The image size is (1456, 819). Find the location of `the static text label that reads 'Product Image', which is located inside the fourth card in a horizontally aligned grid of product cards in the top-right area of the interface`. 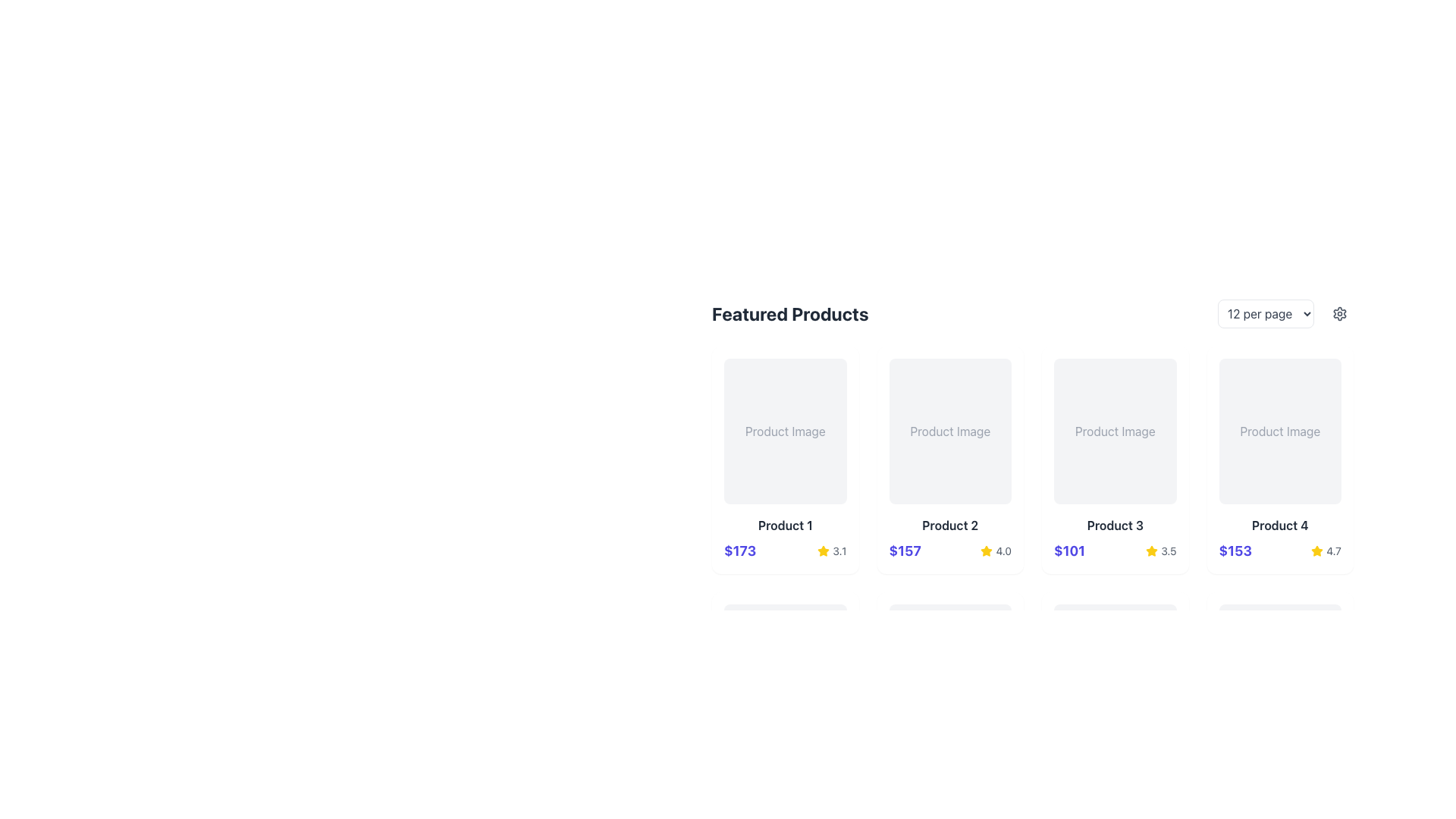

the static text label that reads 'Product Image', which is located inside the fourth card in a horizontally aligned grid of product cards in the top-right area of the interface is located at coordinates (1279, 431).